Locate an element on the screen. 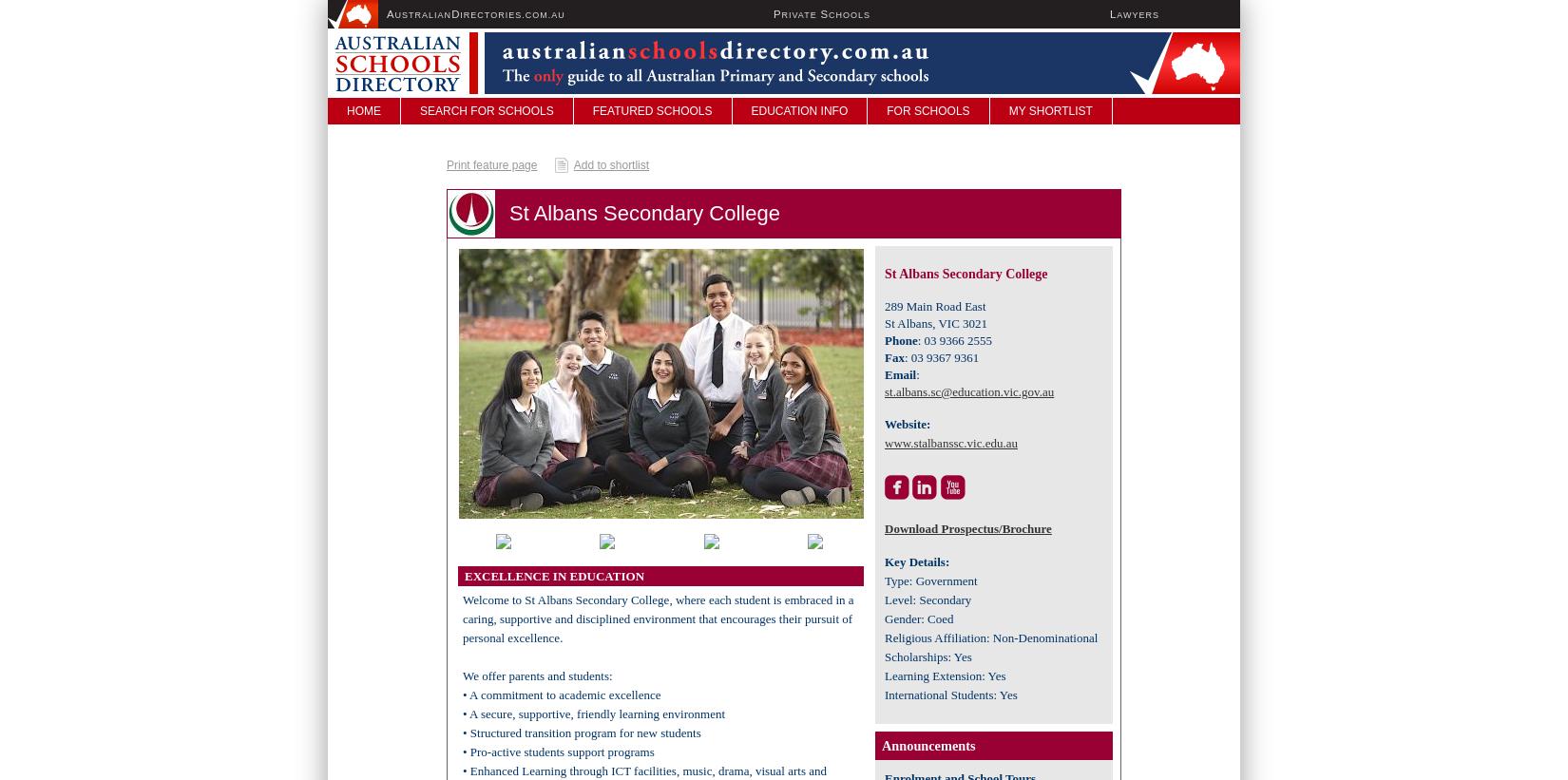 The width and height of the screenshot is (1568, 780). 'L' is located at coordinates (1113, 13).